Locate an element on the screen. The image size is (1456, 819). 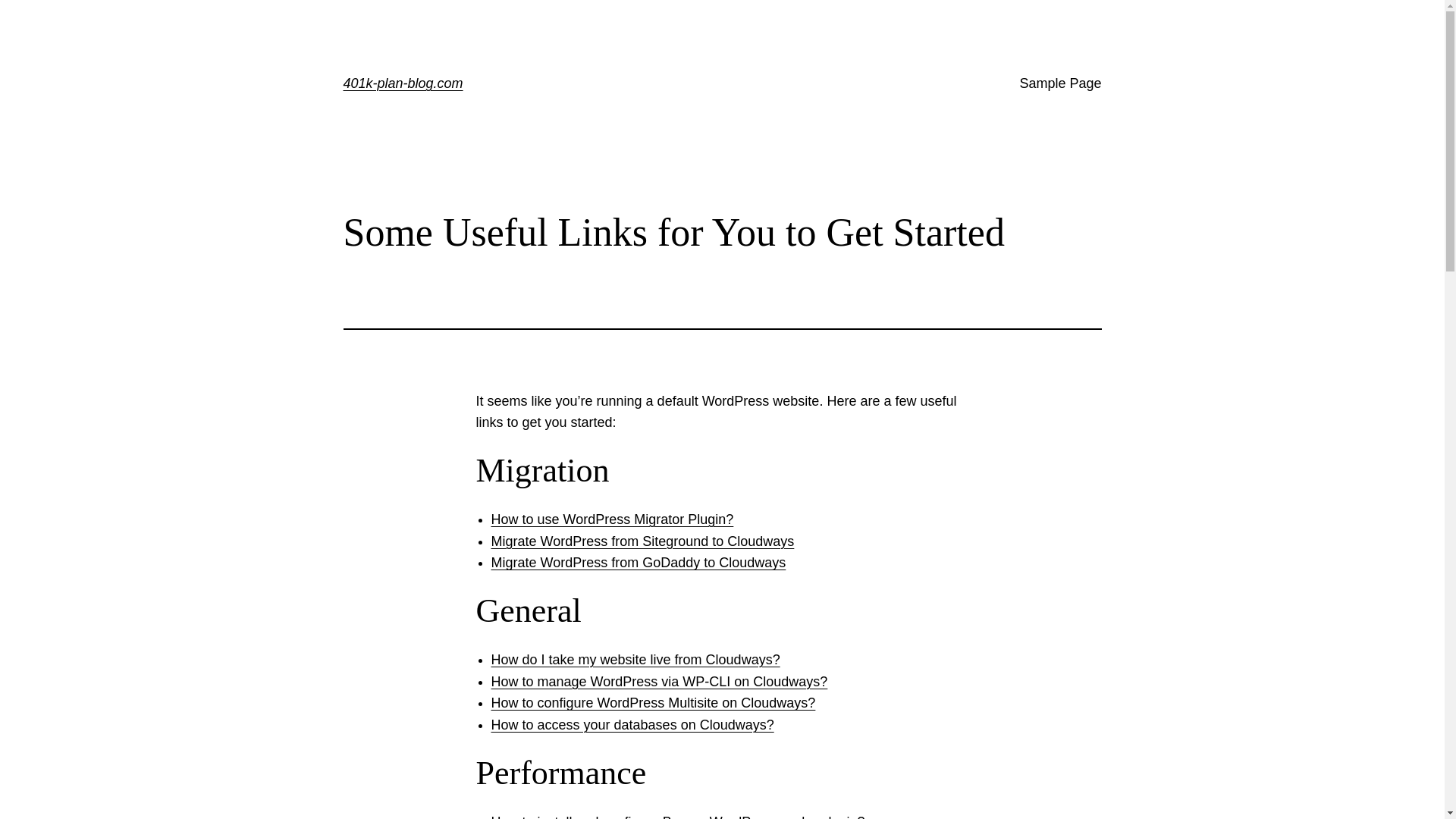
'Sample Page' is located at coordinates (1059, 83).